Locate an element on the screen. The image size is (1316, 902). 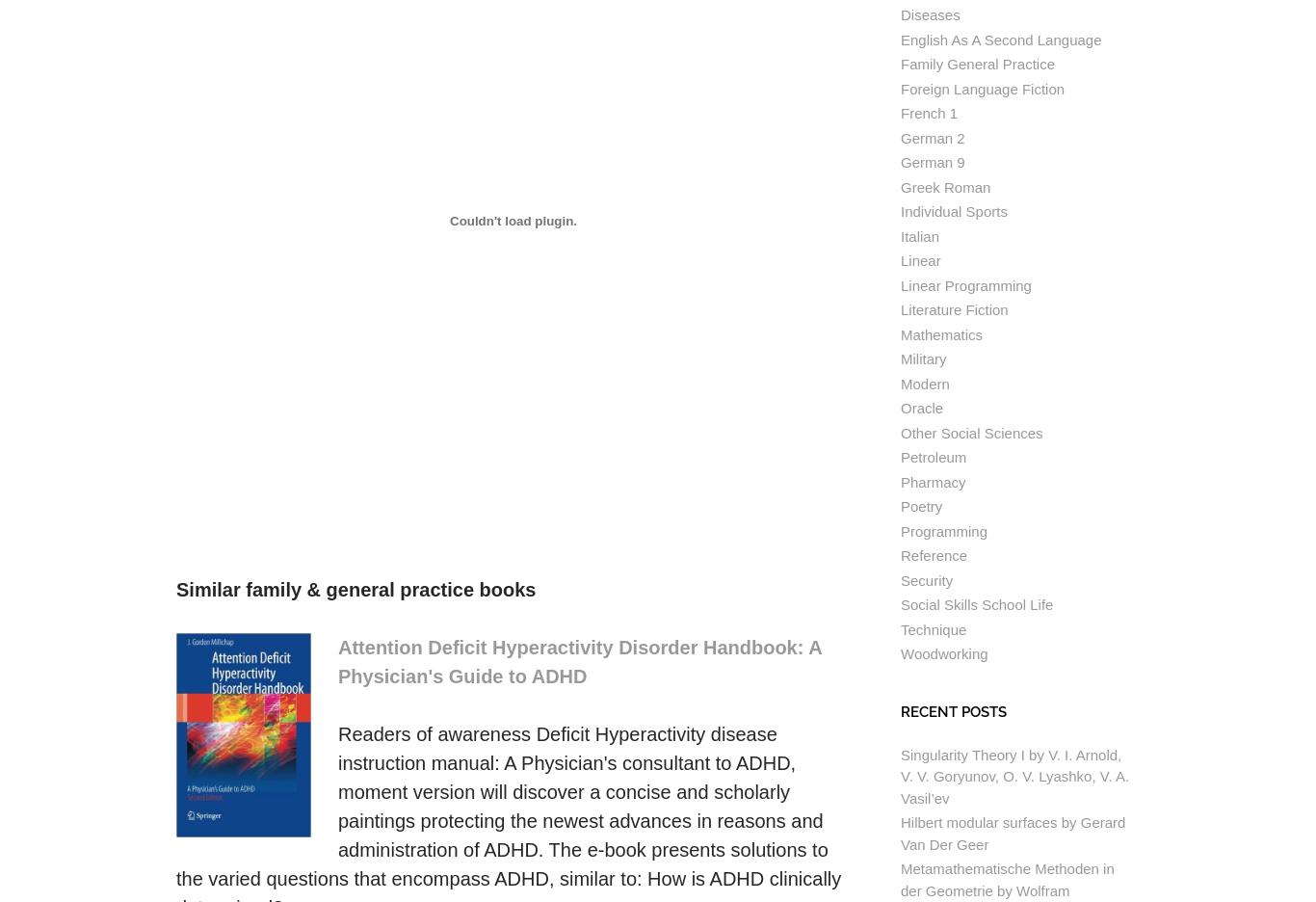
'Linear Programming' is located at coordinates (965, 284).